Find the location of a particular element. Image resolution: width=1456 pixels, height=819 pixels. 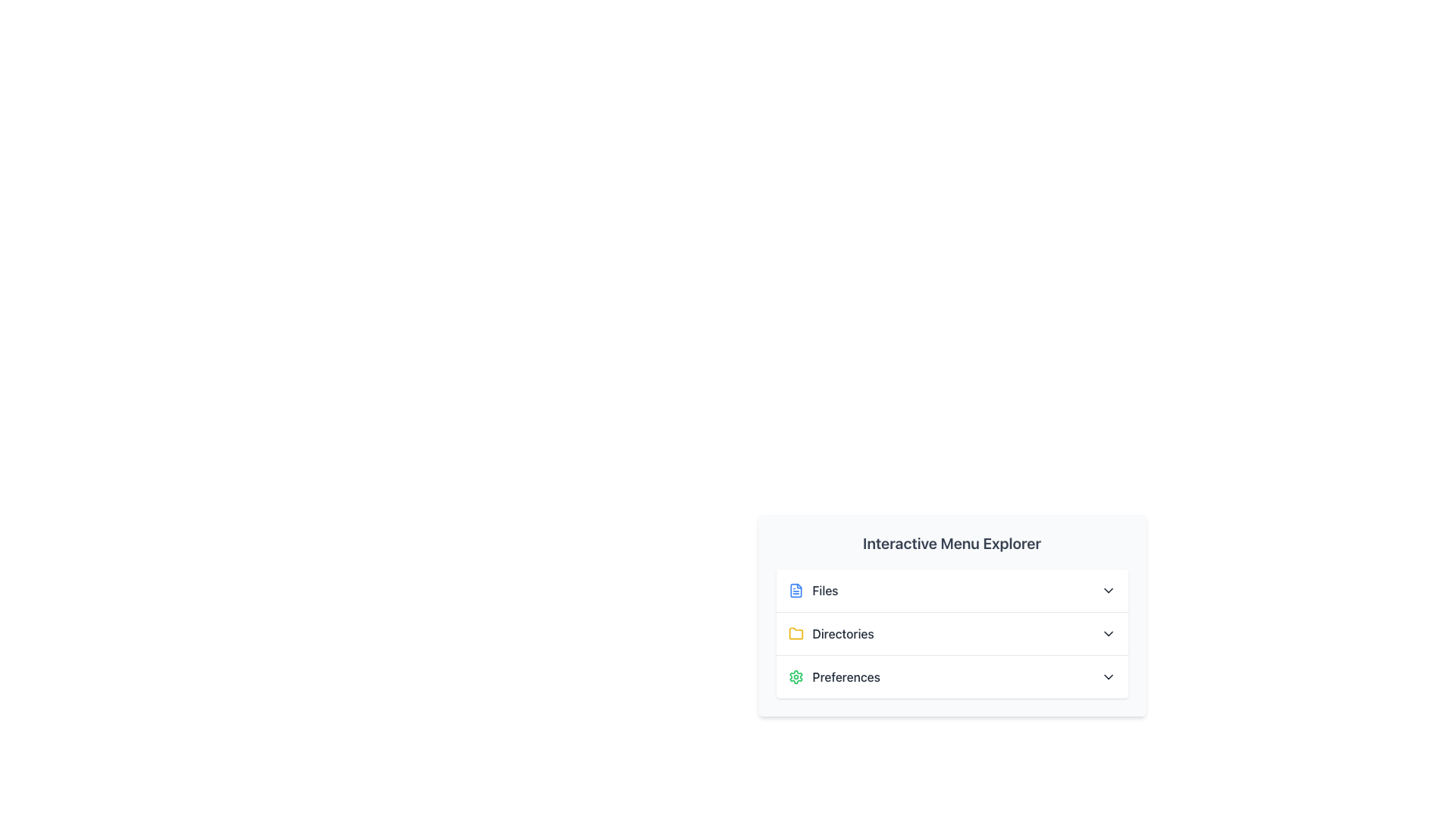

the icon located to the right of the 'Preferences' text is located at coordinates (1108, 676).